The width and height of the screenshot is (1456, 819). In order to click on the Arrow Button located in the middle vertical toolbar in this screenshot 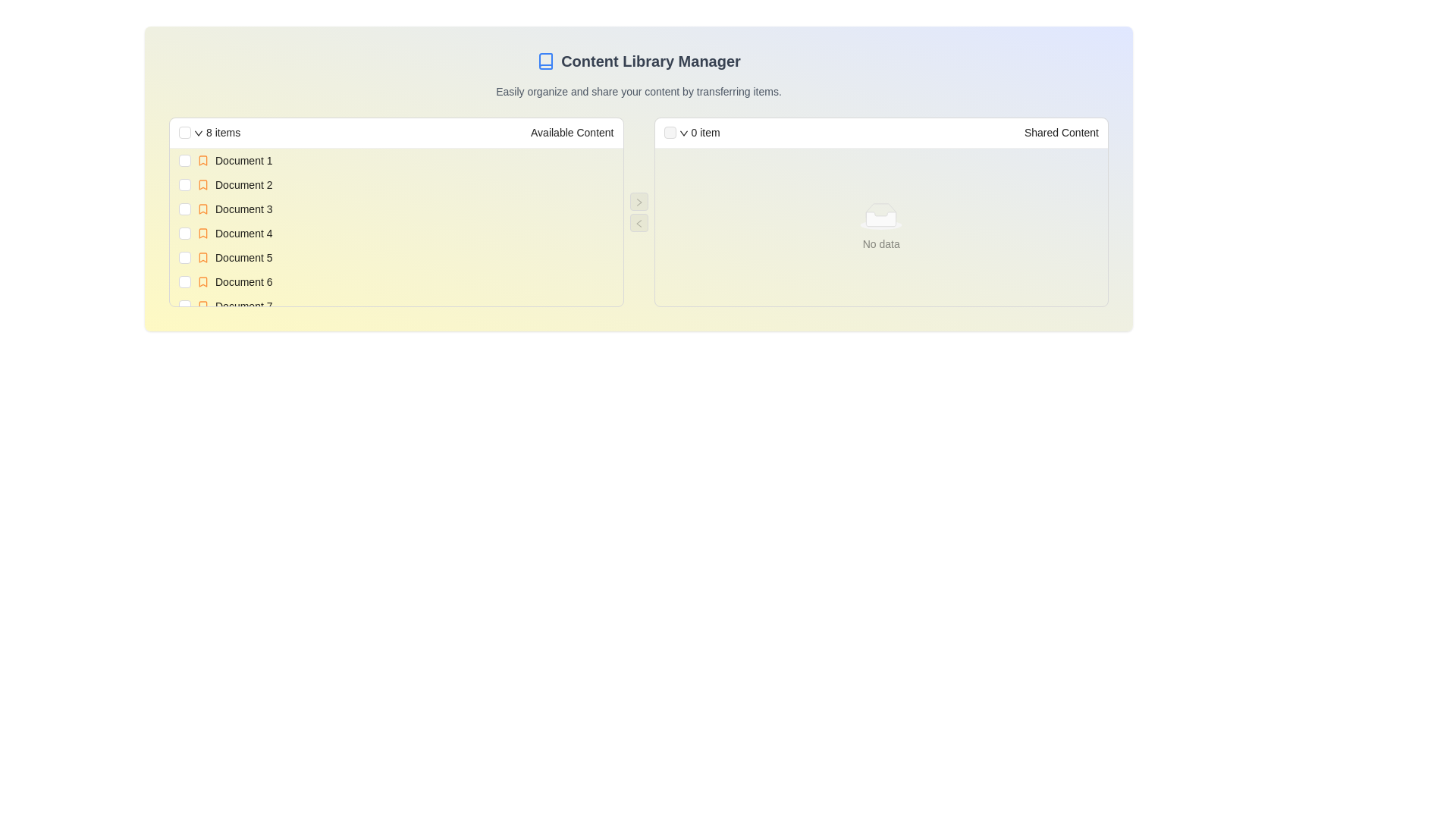, I will do `click(639, 201)`.